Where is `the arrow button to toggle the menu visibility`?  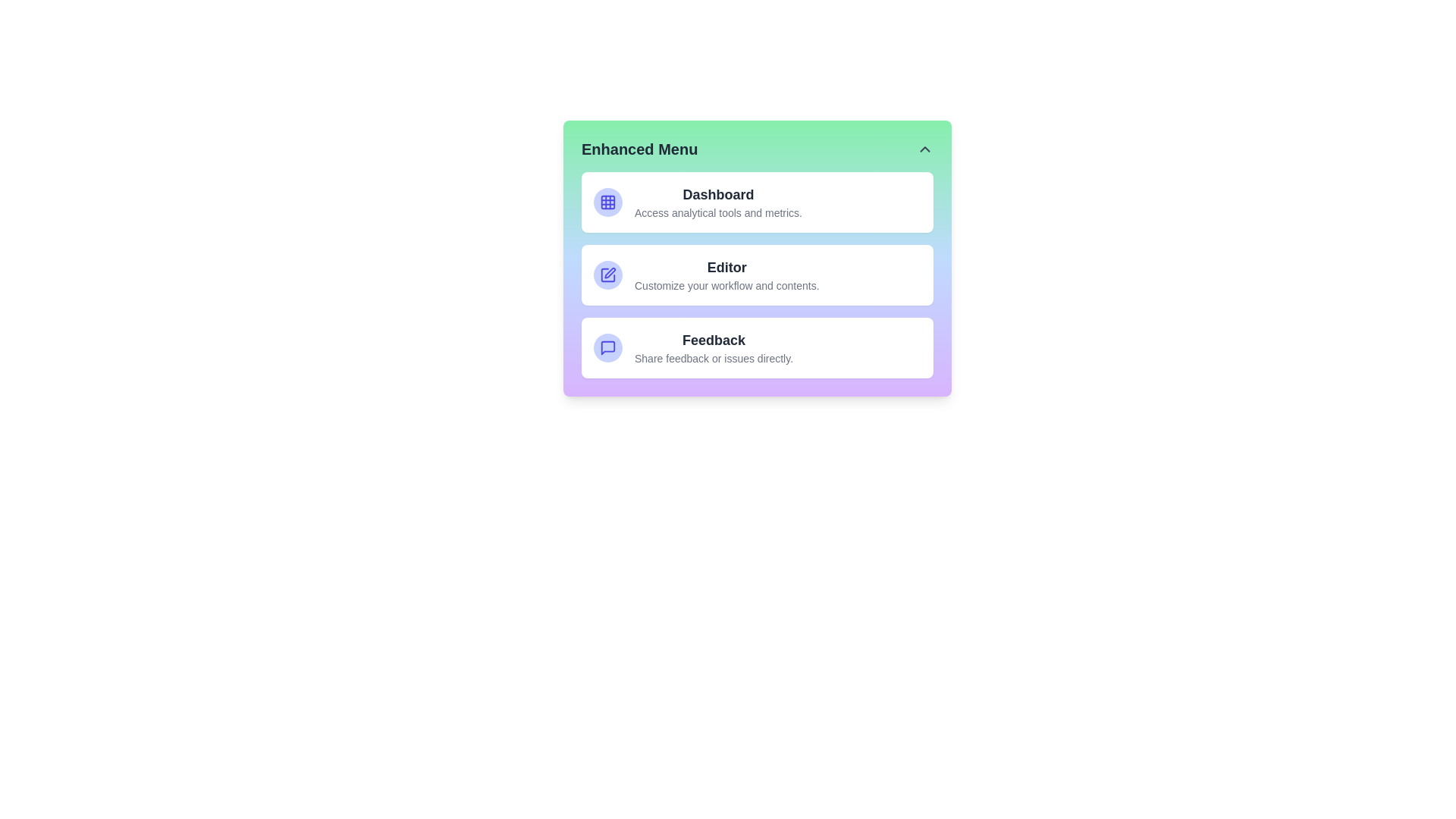
the arrow button to toggle the menu visibility is located at coordinates (924, 149).